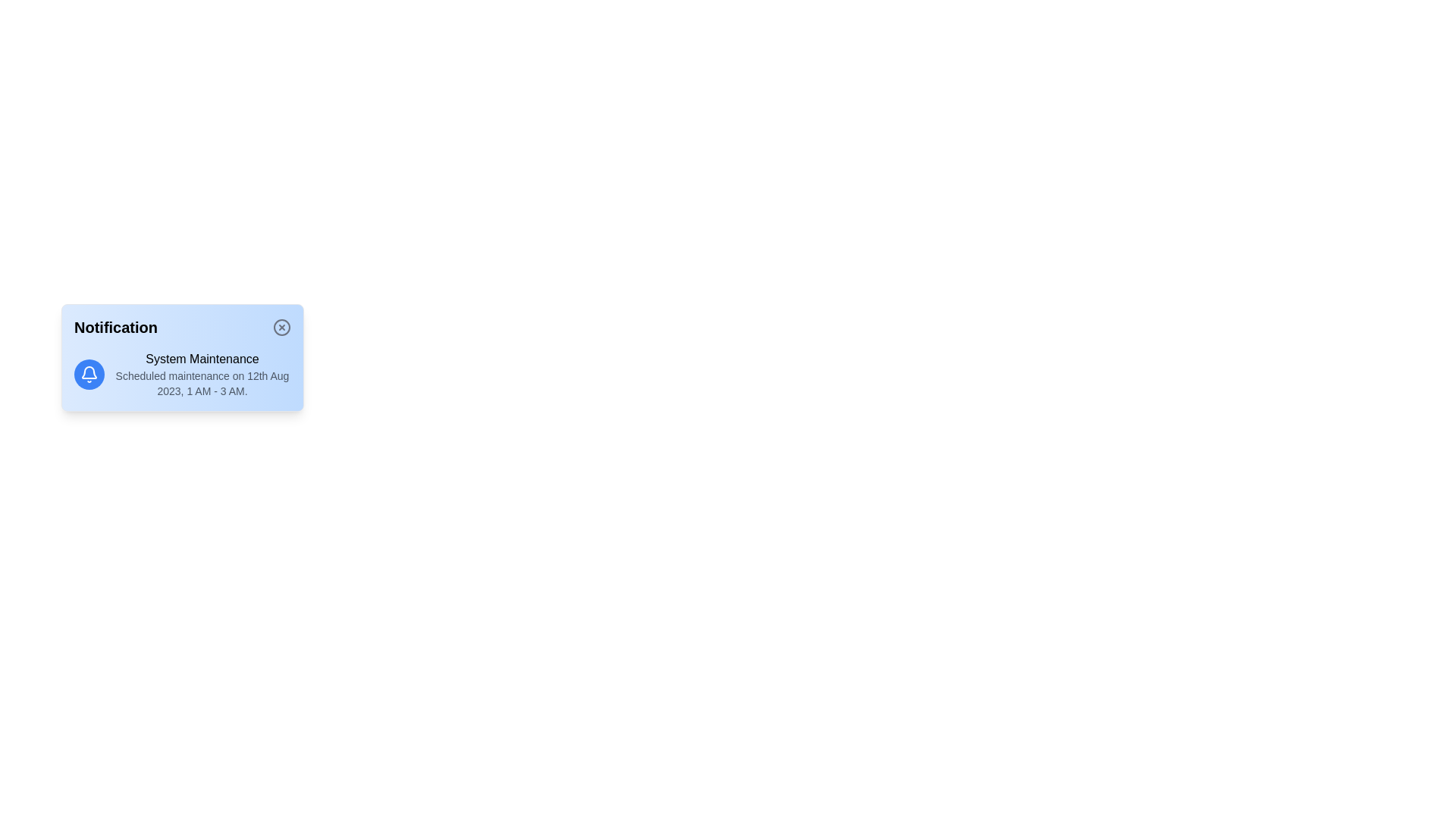 The height and width of the screenshot is (819, 1456). Describe the element at coordinates (182, 374) in the screenshot. I see `maintenance message from the notification component titled 'System Maintenance' with a description about scheduled maintenance` at that location.